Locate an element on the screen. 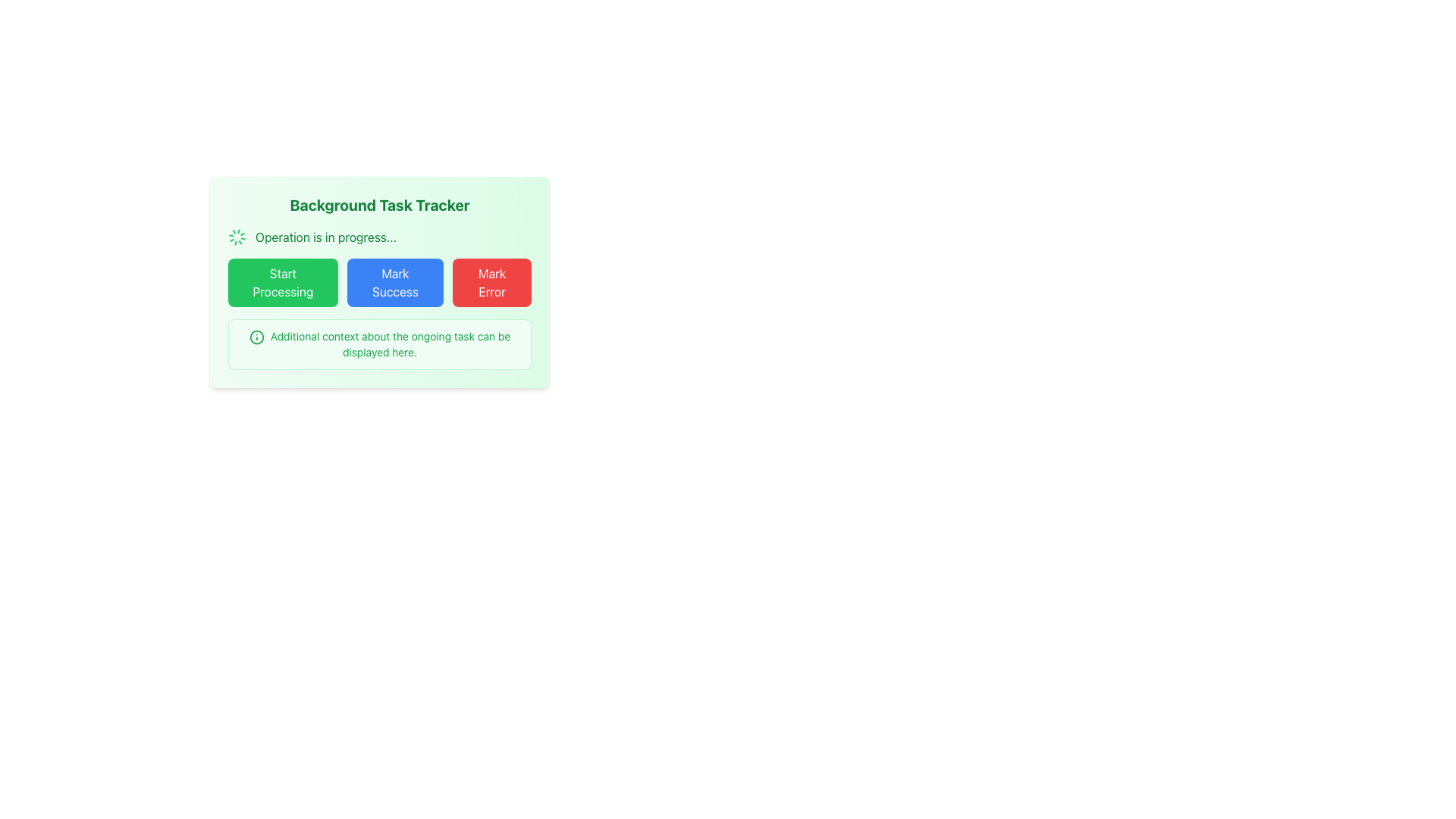  the green 'Start Processing' button with white text is located at coordinates (283, 283).